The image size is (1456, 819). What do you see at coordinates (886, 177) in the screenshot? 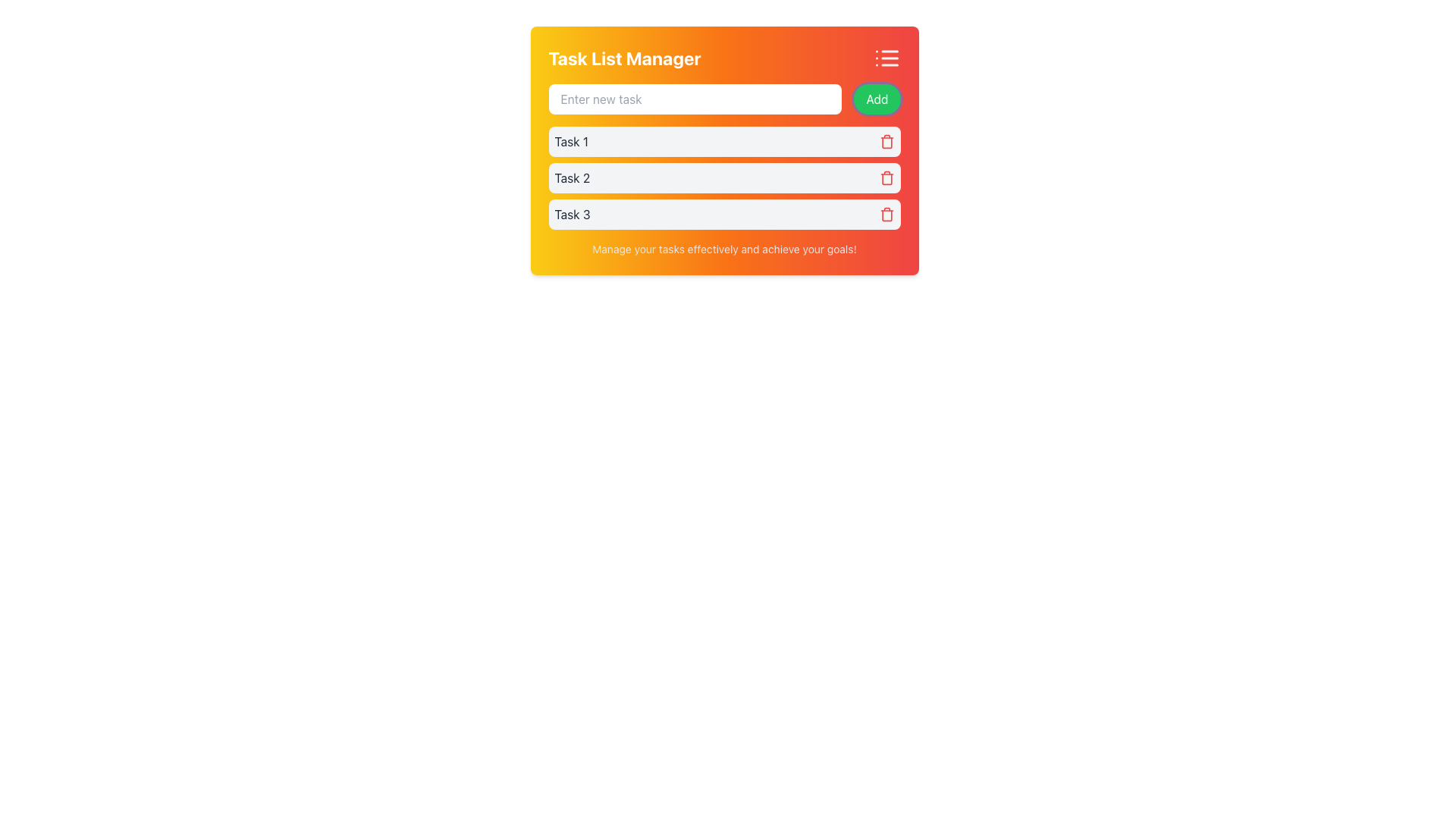
I see `the small red trash icon representing the delete action, located to the far right of the 'Task 2' text entry` at bounding box center [886, 177].